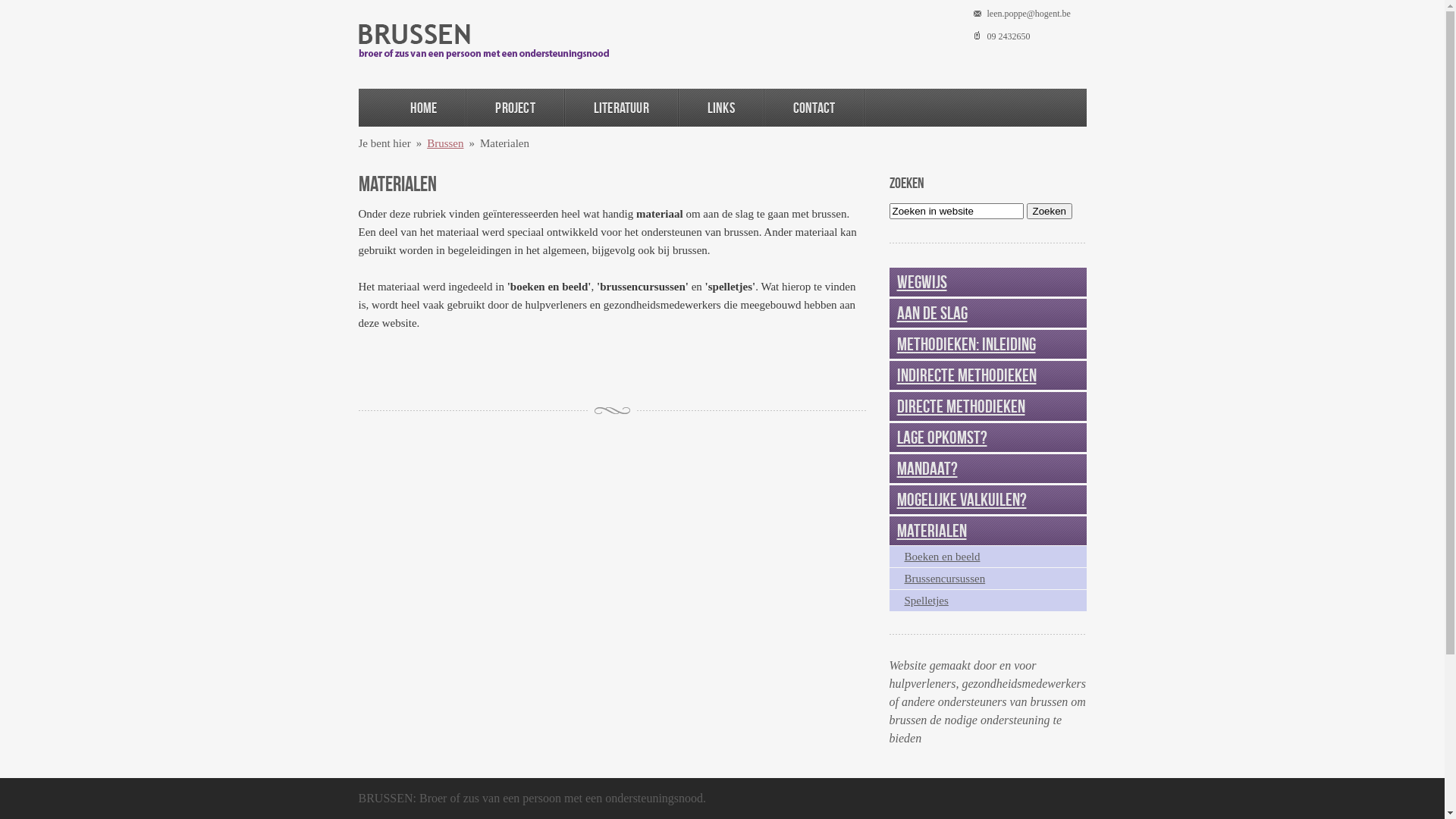 This screenshot has height=819, width=1456. I want to click on 'Methodieken: inleiding', so click(896, 344).